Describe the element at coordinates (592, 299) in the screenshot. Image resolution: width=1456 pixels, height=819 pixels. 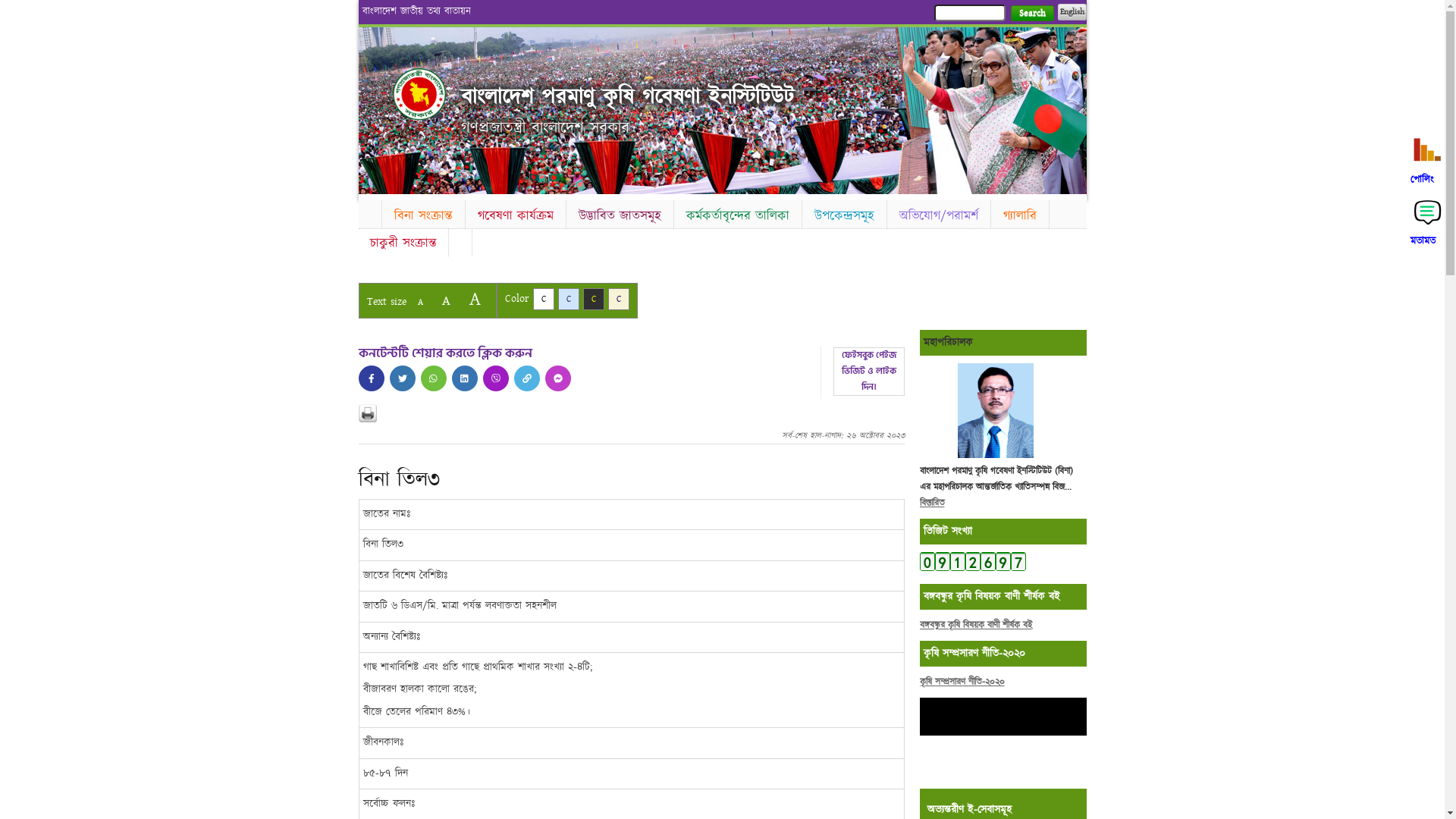
I see `'C'` at that location.